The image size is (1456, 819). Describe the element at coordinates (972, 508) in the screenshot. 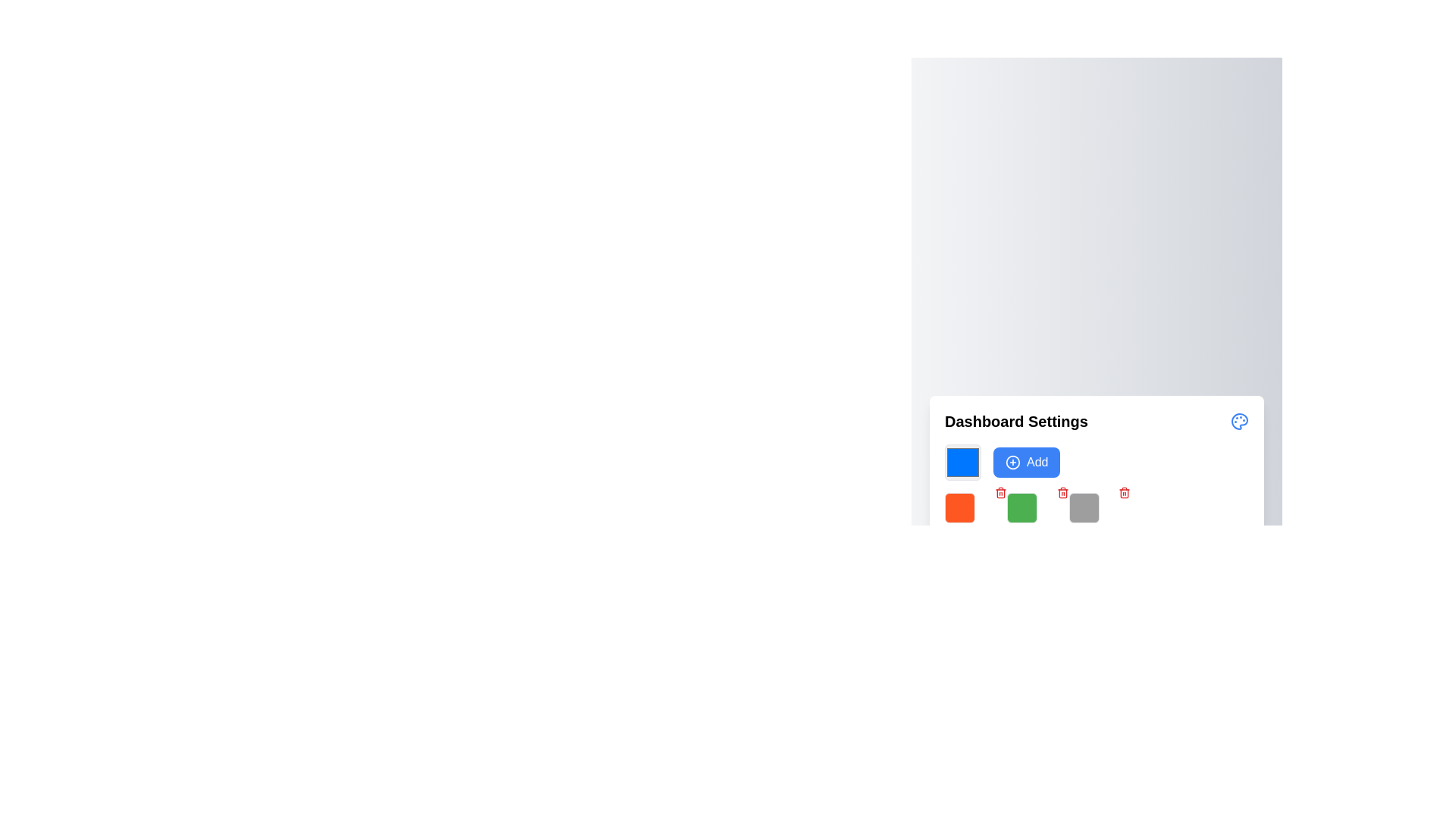

I see `the first colored box in the second row of the grid layout, which serves as a visual color indicator and may be interactive` at that location.